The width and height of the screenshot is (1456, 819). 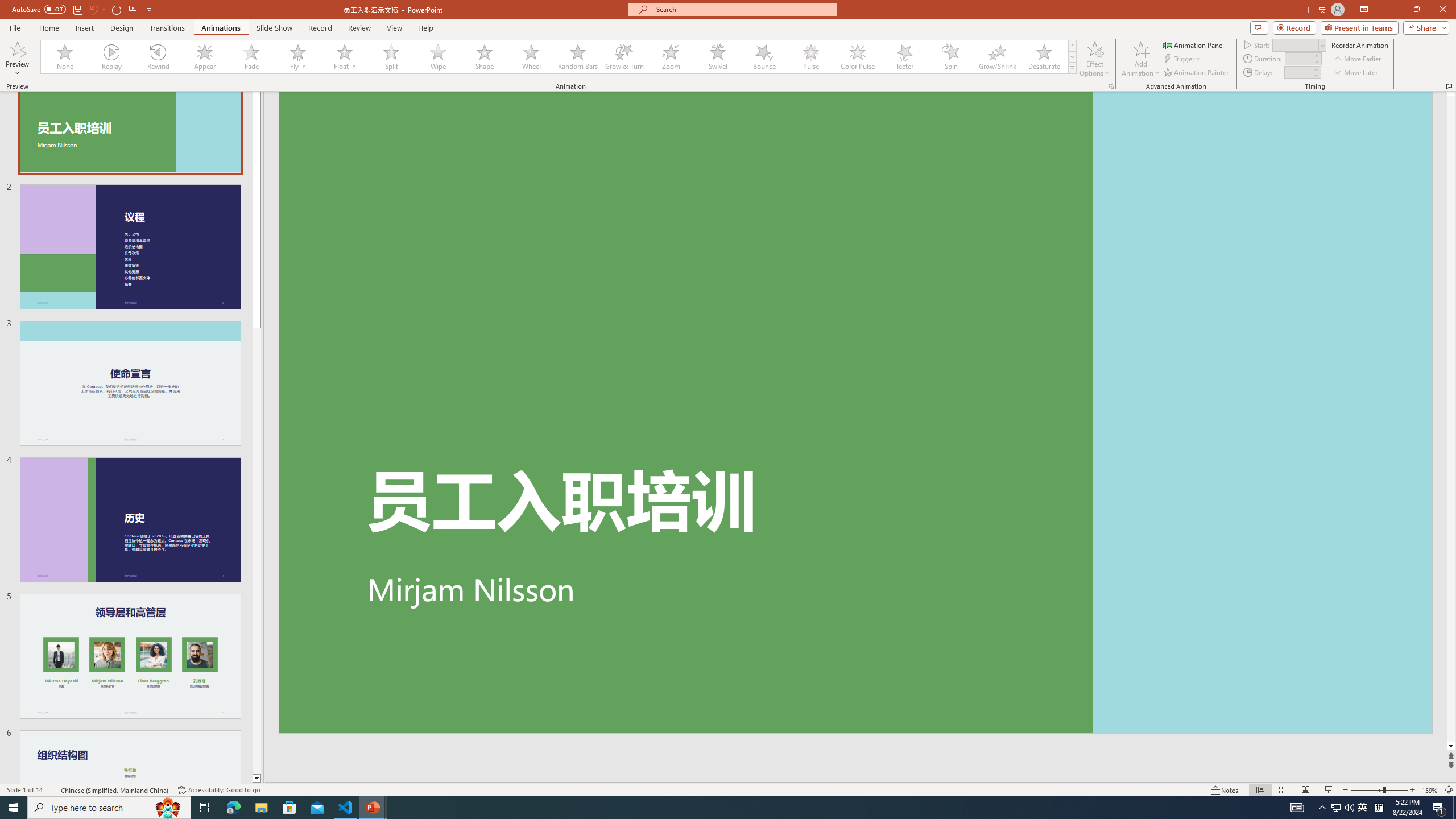 What do you see at coordinates (53, 790) in the screenshot?
I see `'Spell Check '` at bounding box center [53, 790].